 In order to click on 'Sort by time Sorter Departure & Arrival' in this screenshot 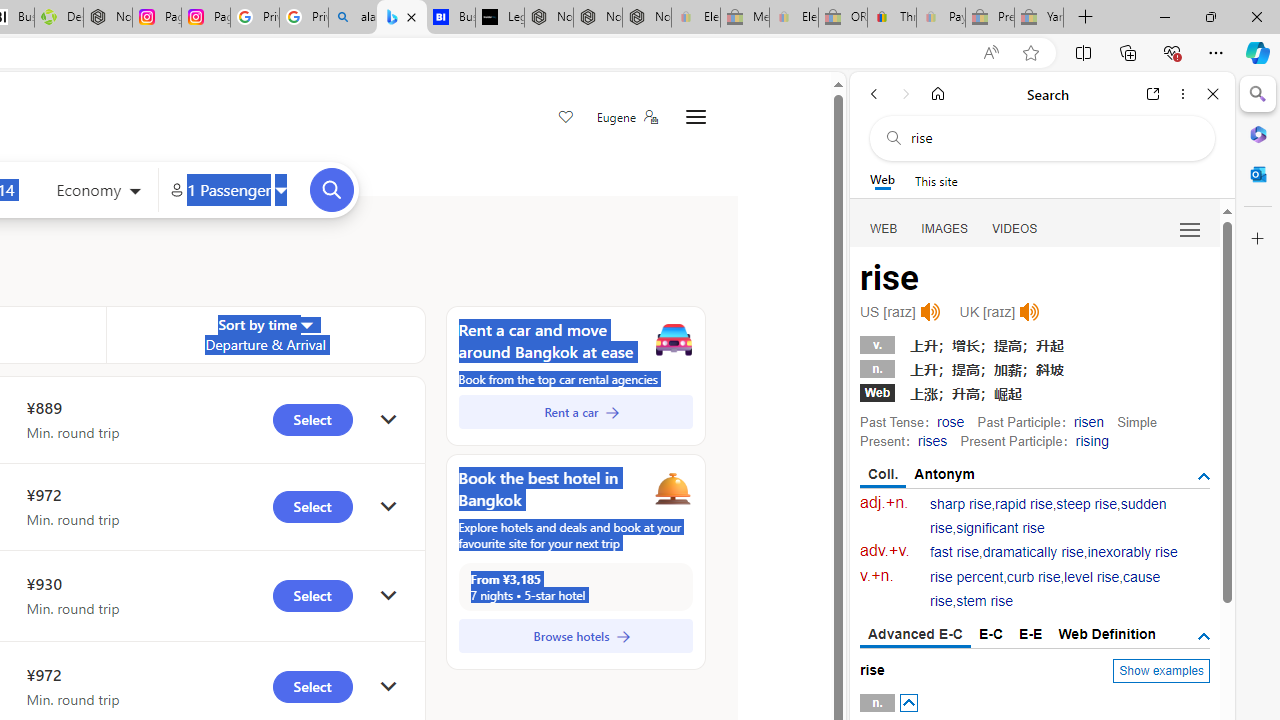, I will do `click(264, 334)`.